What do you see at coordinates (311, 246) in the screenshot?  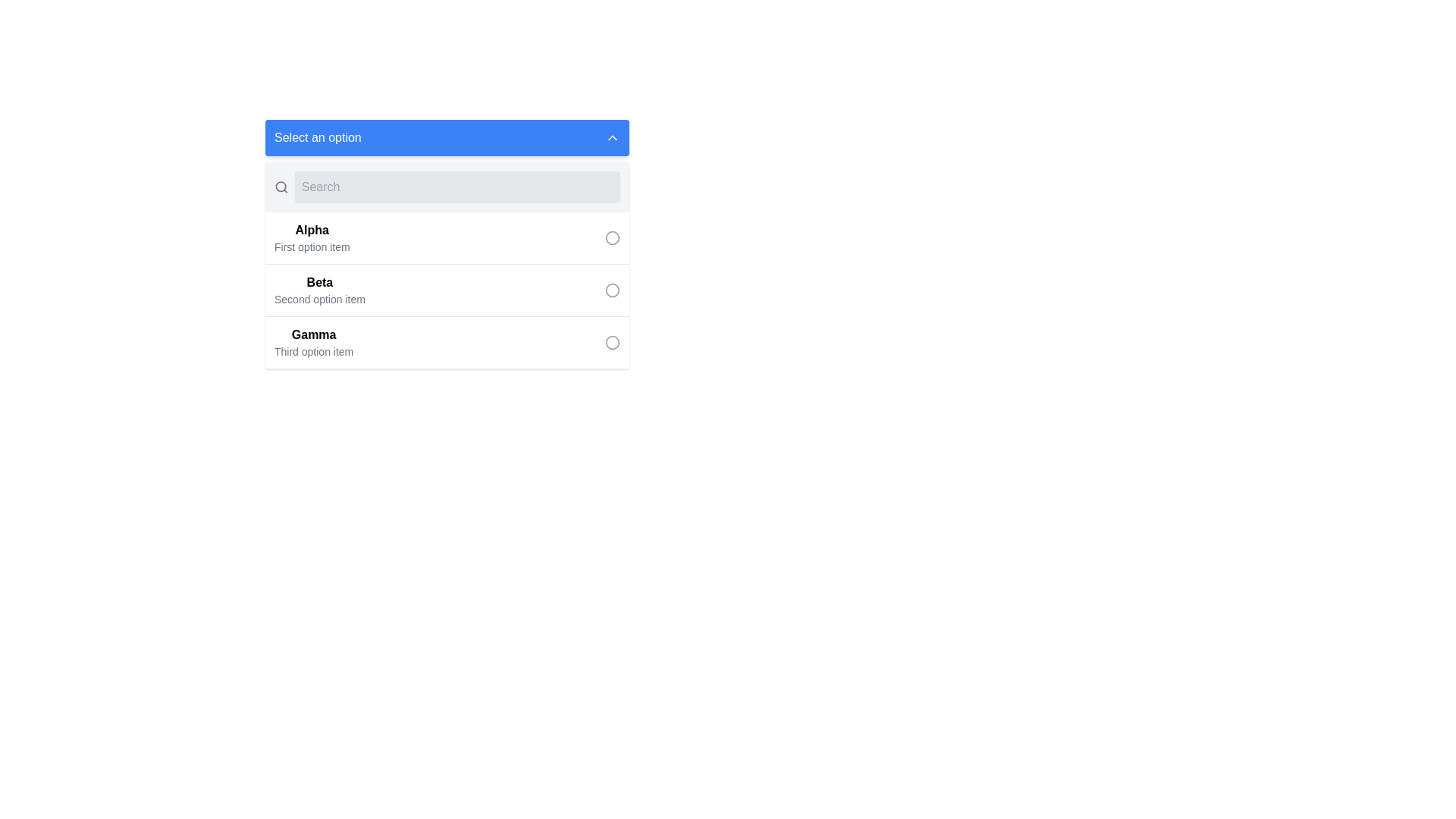 I see `the text label that provides additional detail for the option labeled 'Alpha', located directly below the bolded label 'Alpha'` at bounding box center [311, 246].